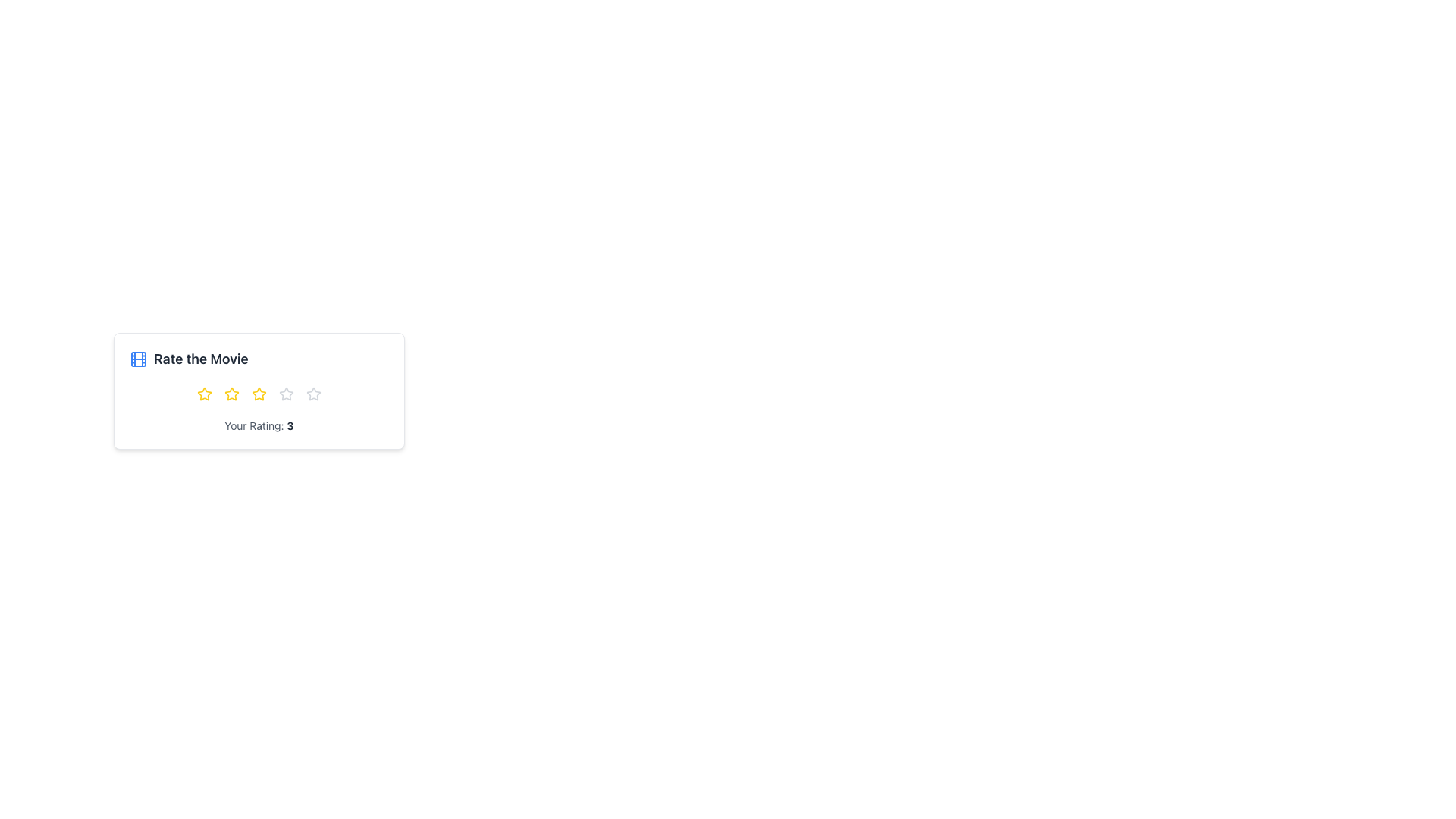 This screenshot has height=819, width=1456. I want to click on the third yellow star icon with a red inner fill in the 'Rate the Movie' section, so click(231, 393).